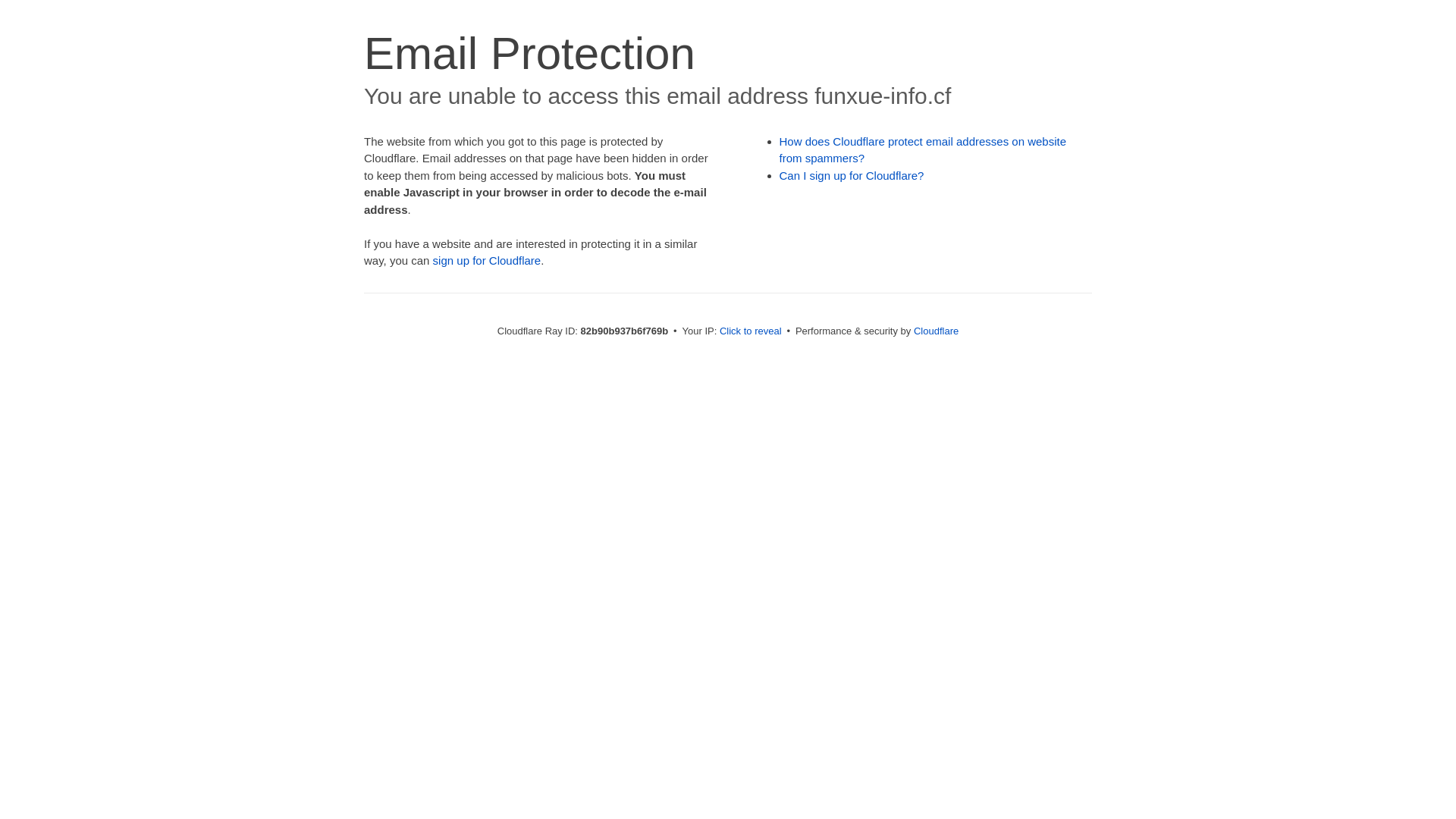  I want to click on 'sign up for Cloudflare', so click(487, 259).